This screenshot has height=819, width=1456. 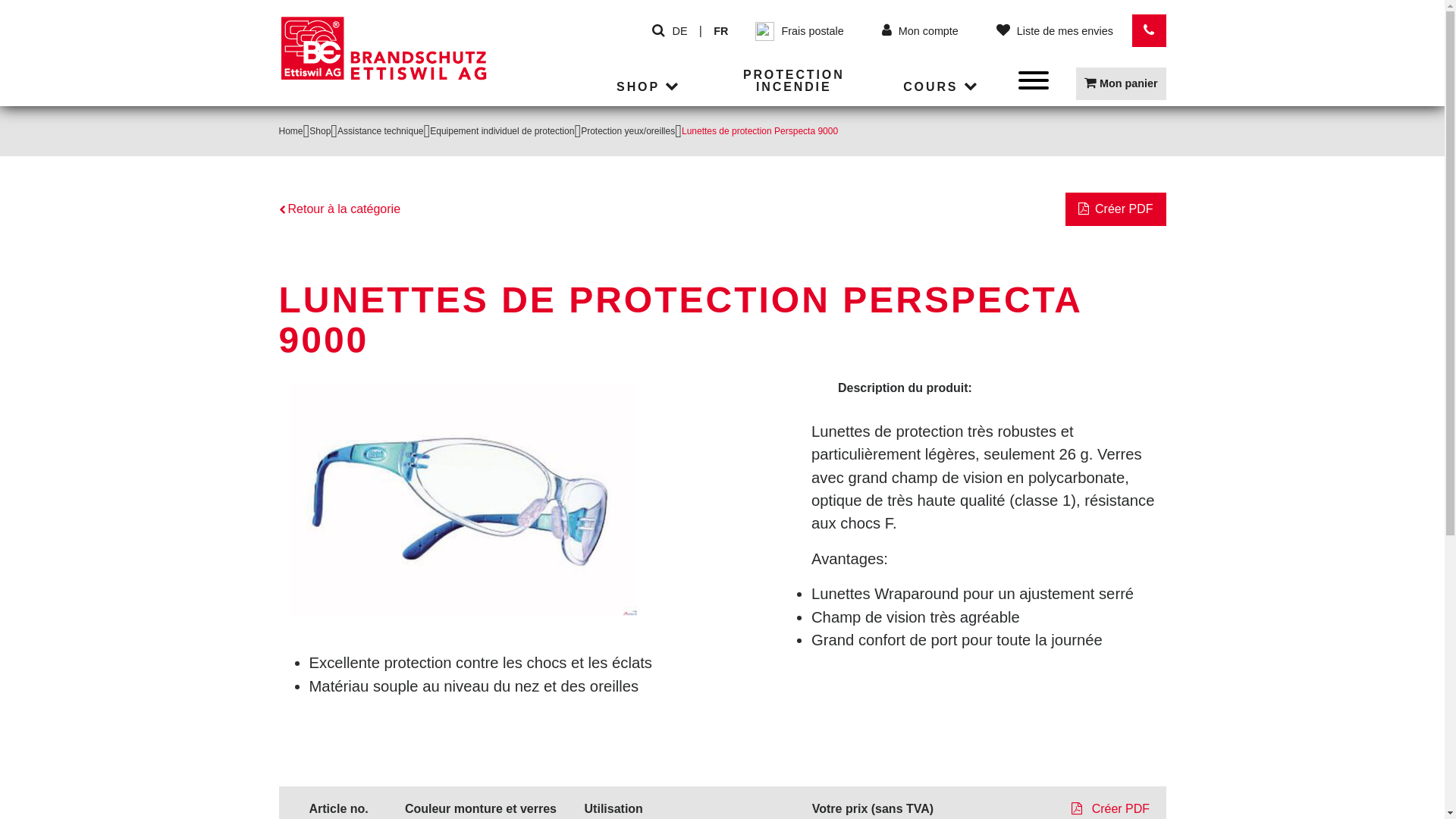 What do you see at coordinates (658, 31) in the screenshot?
I see `'Chercher'` at bounding box center [658, 31].